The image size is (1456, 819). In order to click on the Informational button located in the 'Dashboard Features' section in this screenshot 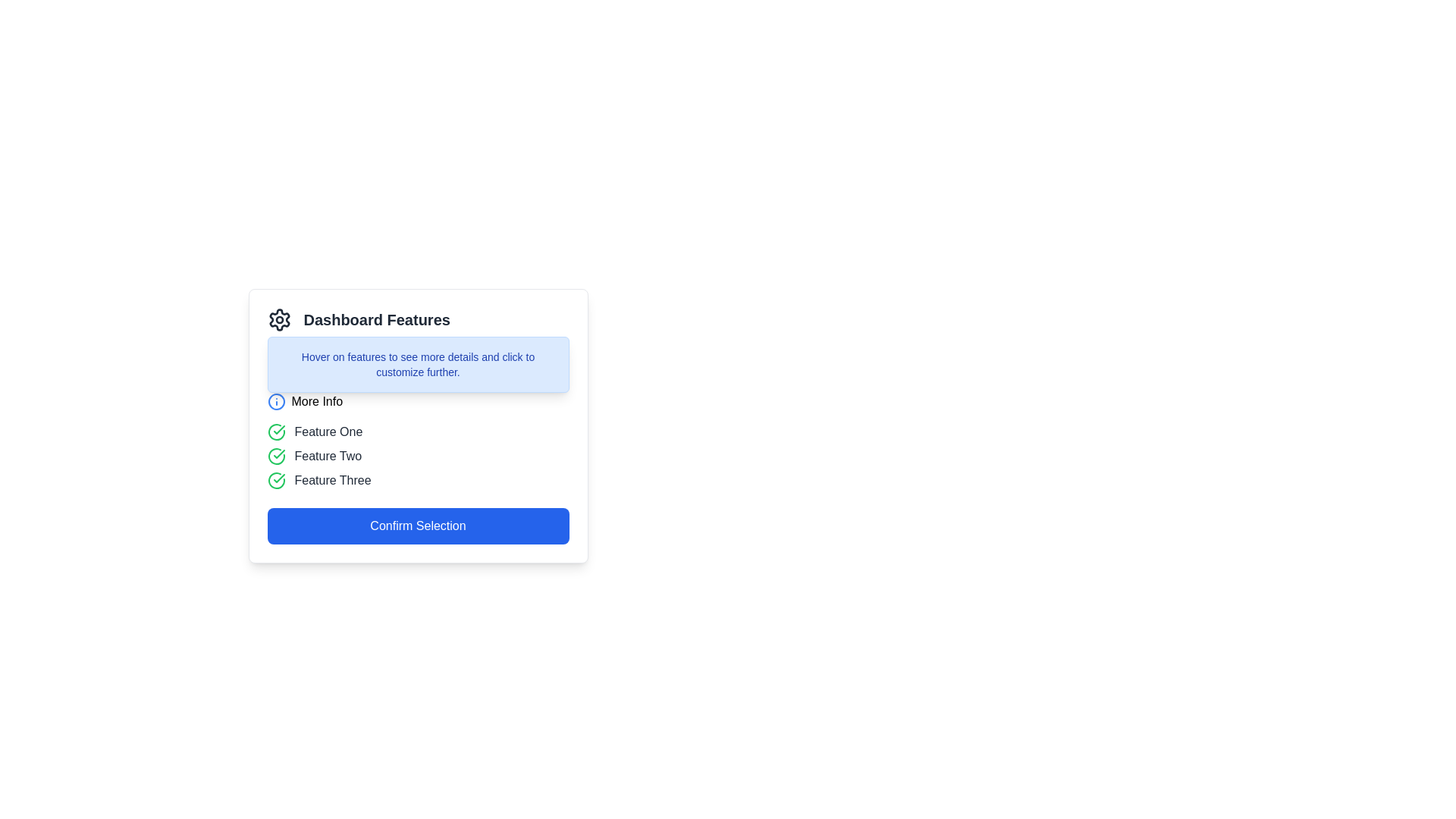, I will do `click(418, 400)`.